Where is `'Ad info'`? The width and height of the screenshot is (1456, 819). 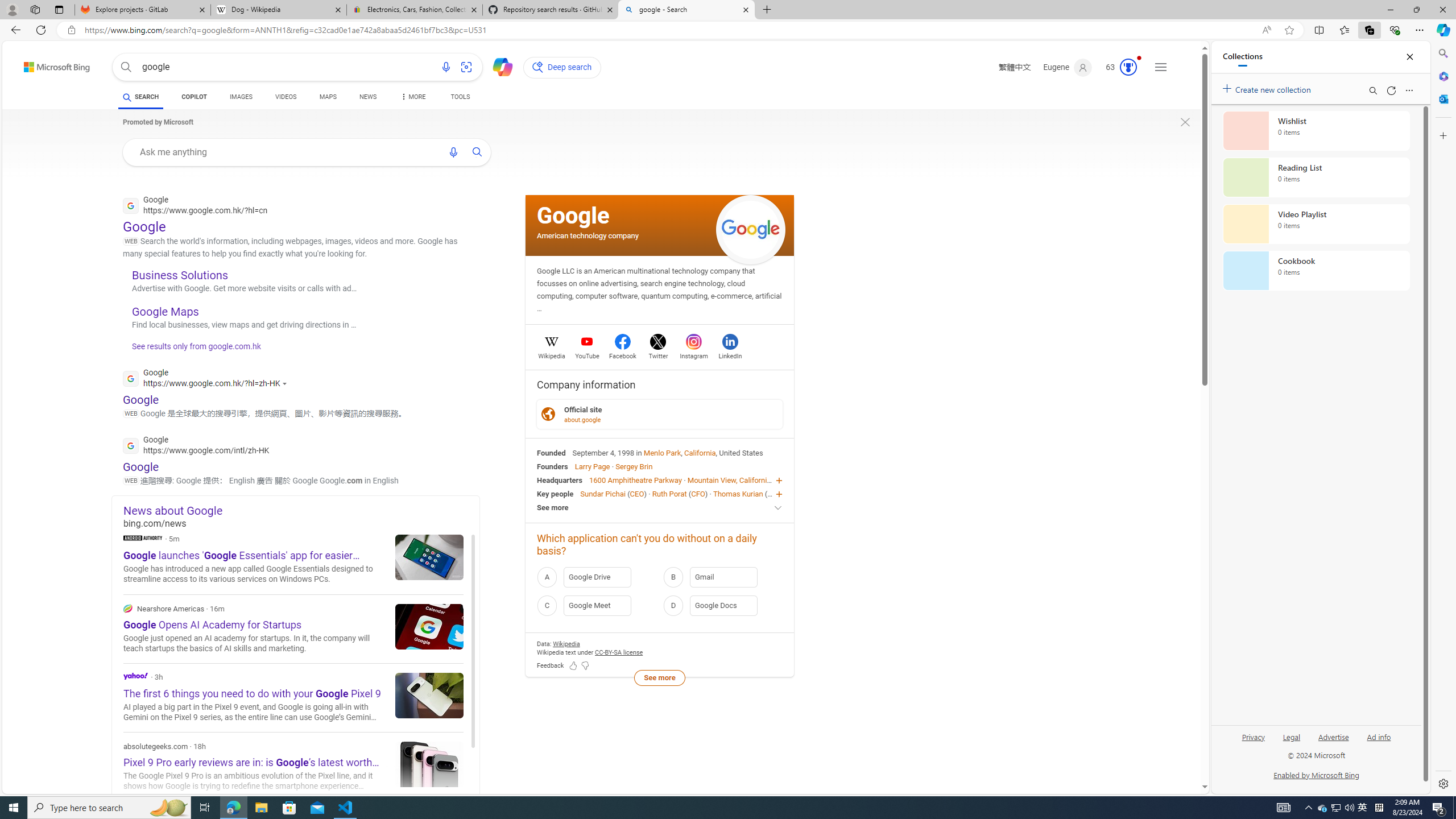 'Ad info' is located at coordinates (1379, 736).